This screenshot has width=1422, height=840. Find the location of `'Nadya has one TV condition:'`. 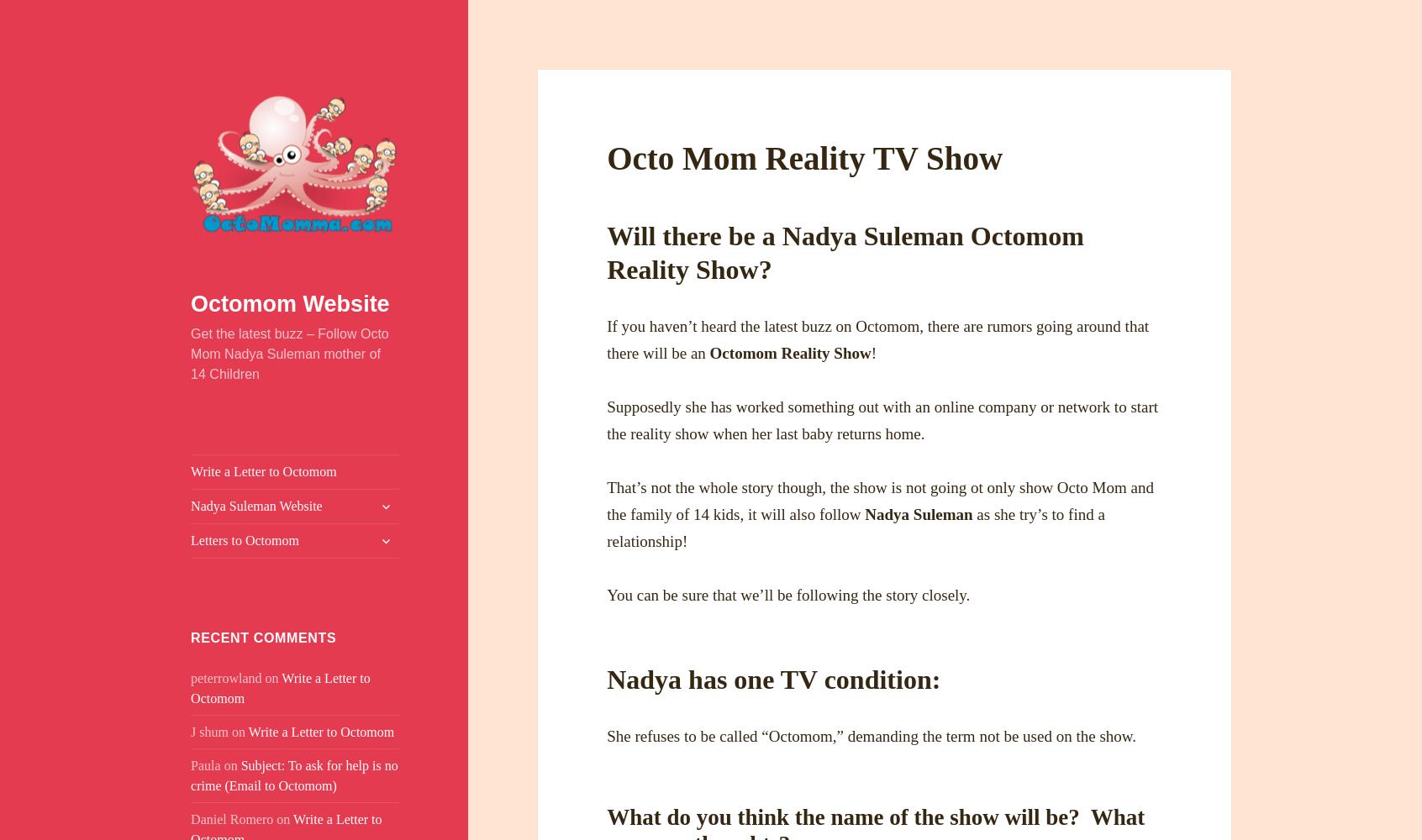

'Nadya has one TV condition:' is located at coordinates (773, 679).